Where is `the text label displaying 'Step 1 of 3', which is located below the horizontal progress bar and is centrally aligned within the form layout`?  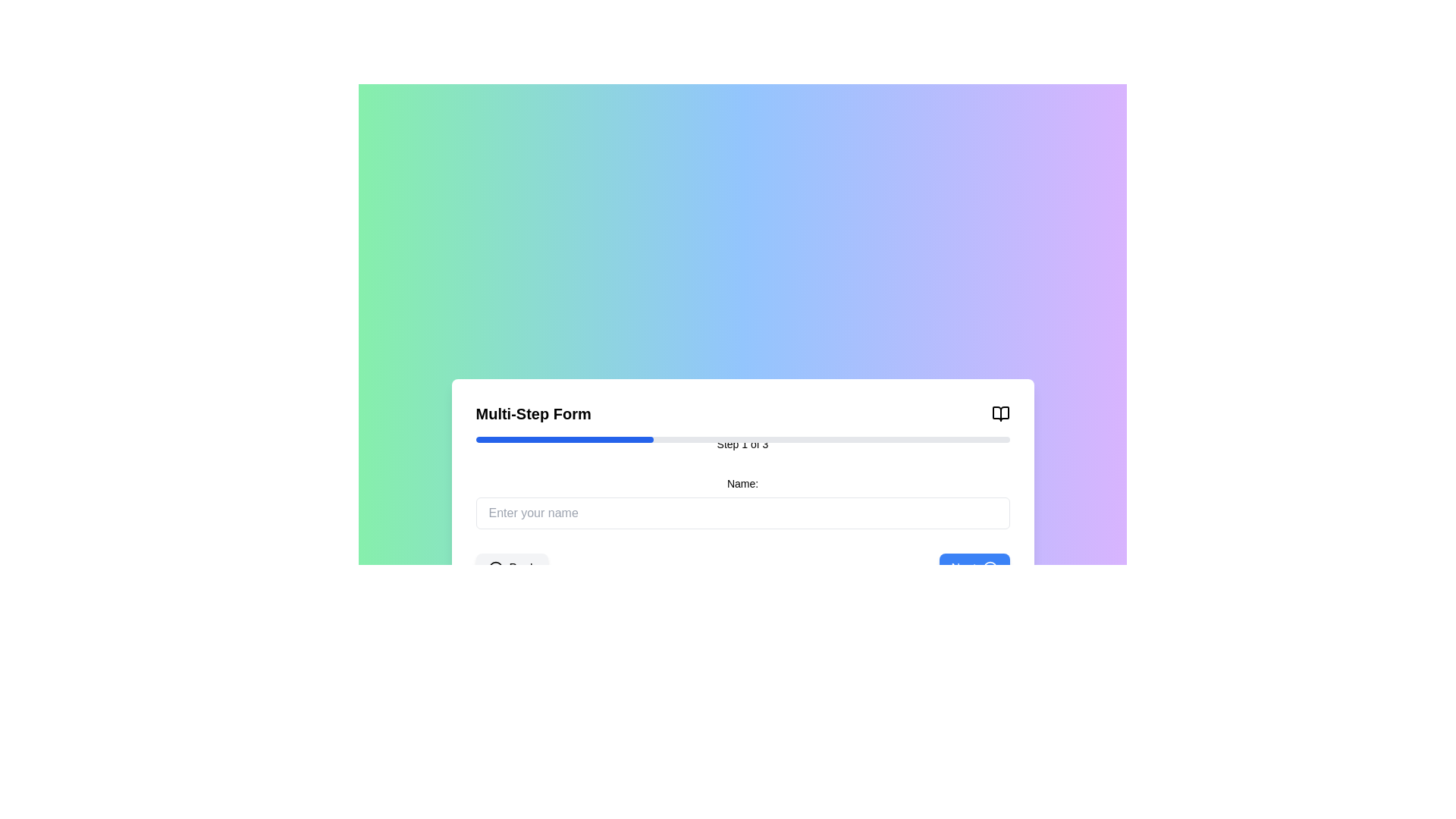 the text label displaying 'Step 1 of 3', which is located below the horizontal progress bar and is centrally aligned within the form layout is located at coordinates (742, 444).